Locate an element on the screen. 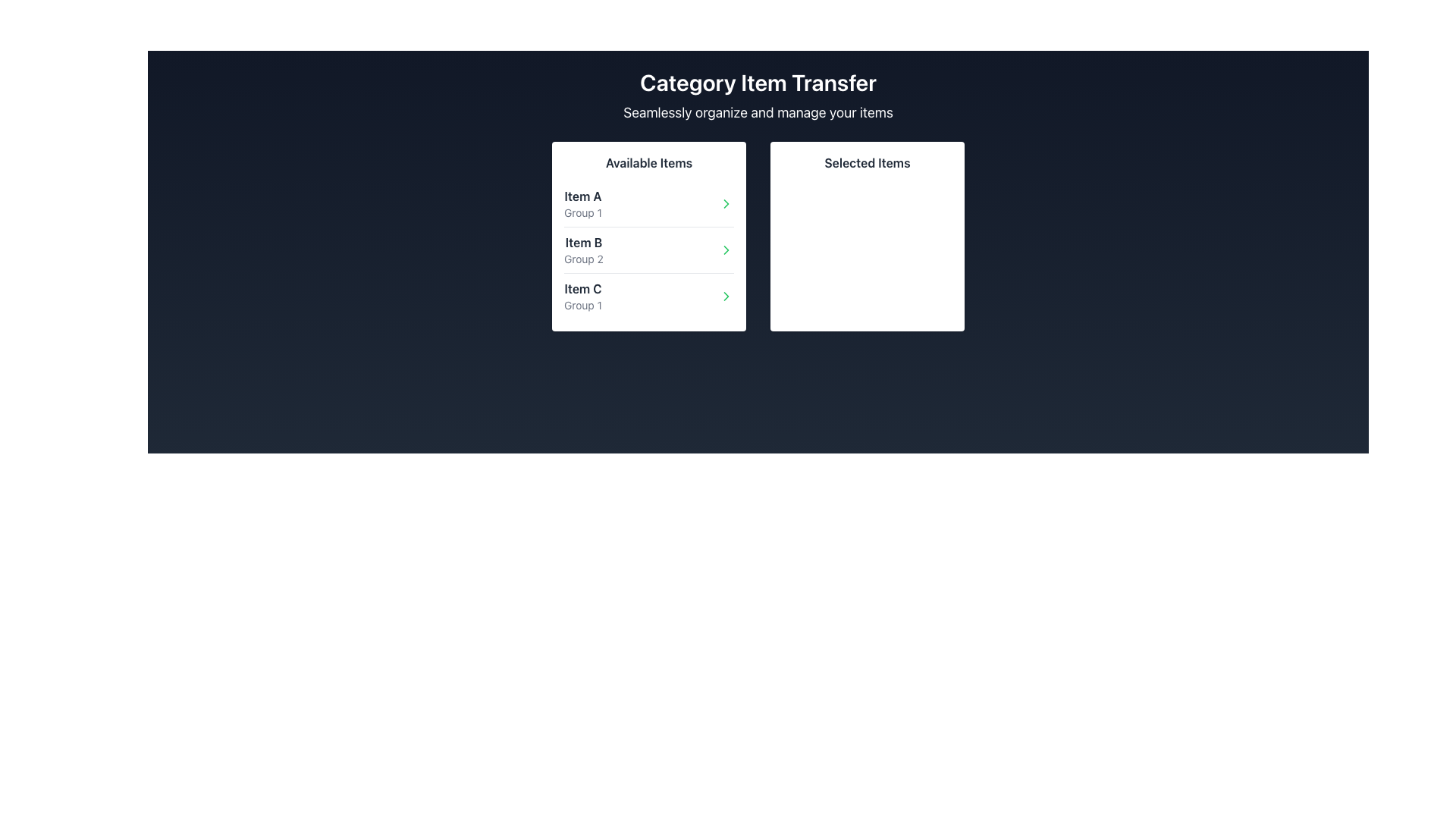 The width and height of the screenshot is (1456, 819). the second list item representing 'Item B' is located at coordinates (648, 249).